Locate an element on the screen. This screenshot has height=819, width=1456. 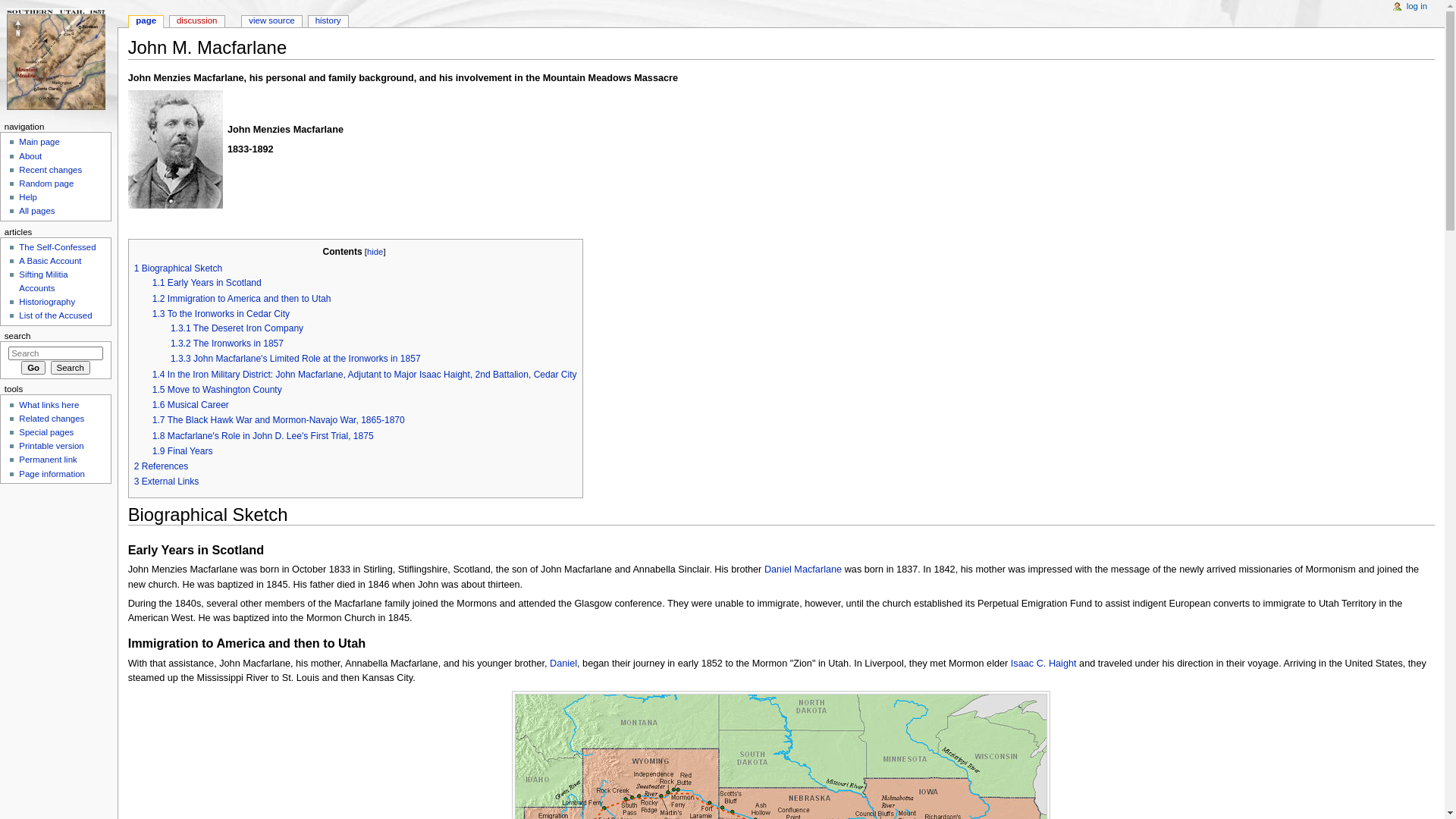
'A Basic Account' is located at coordinates (50, 259).